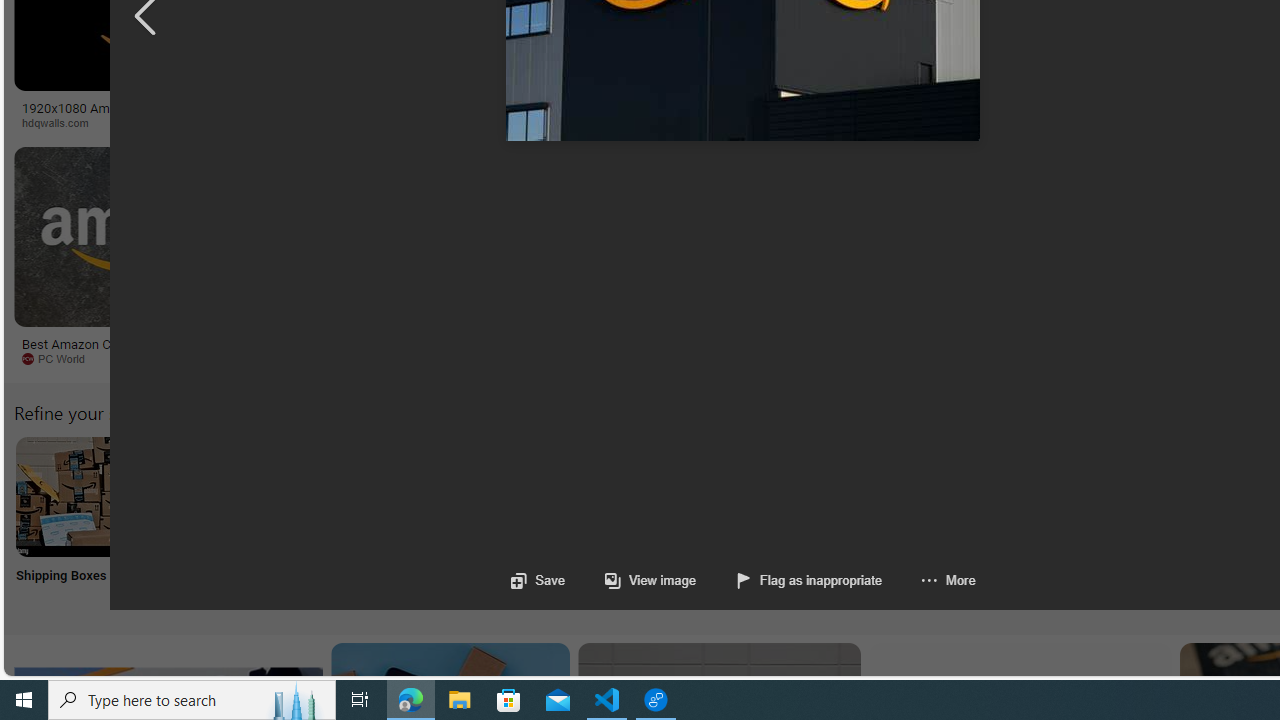 The image size is (1280, 720). What do you see at coordinates (629, 580) in the screenshot?
I see `'View image'` at bounding box center [629, 580].